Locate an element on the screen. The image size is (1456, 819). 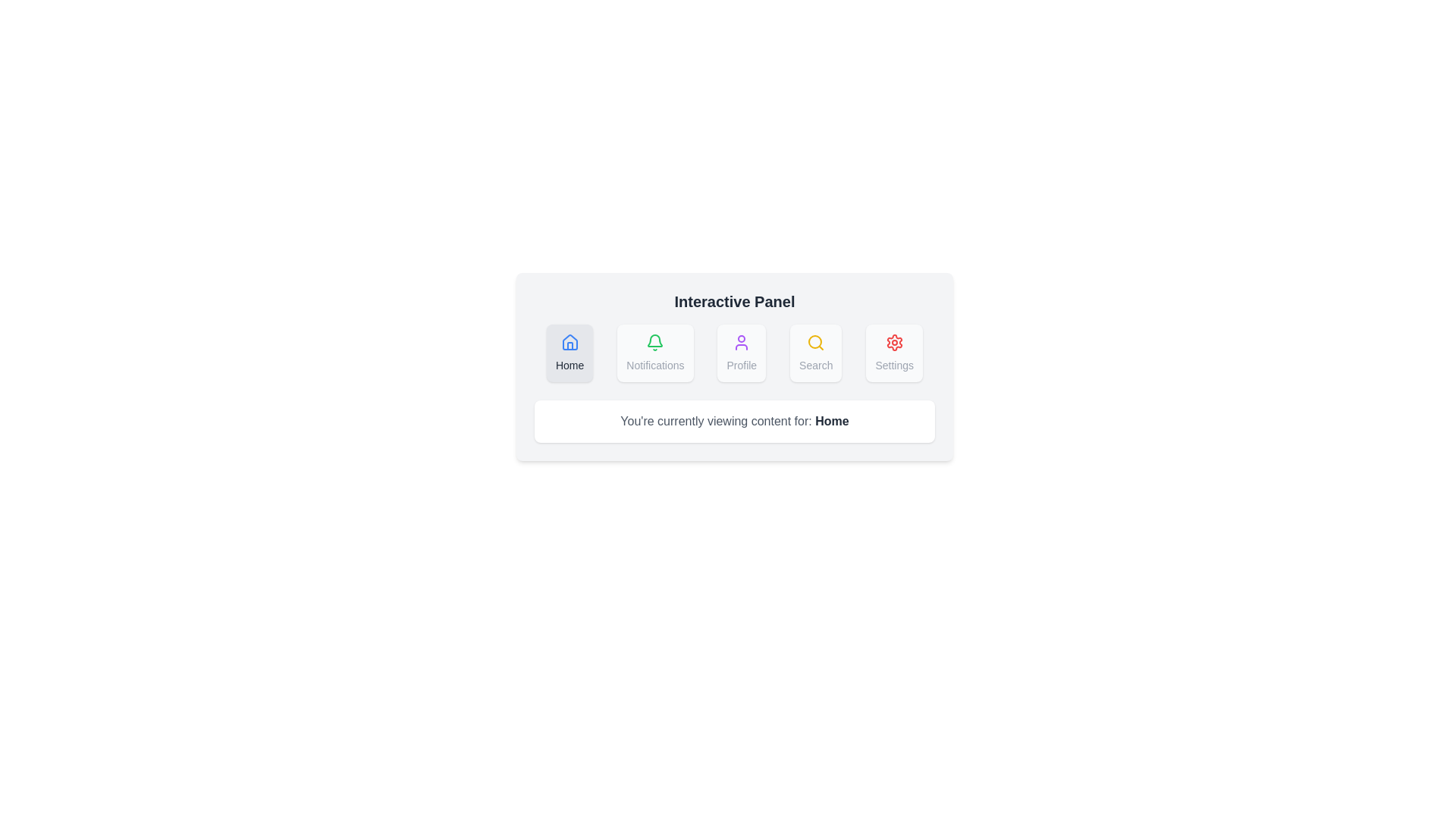
the 'Home' icon located in the top-left of the 'Interactive Panel' is located at coordinates (569, 342).